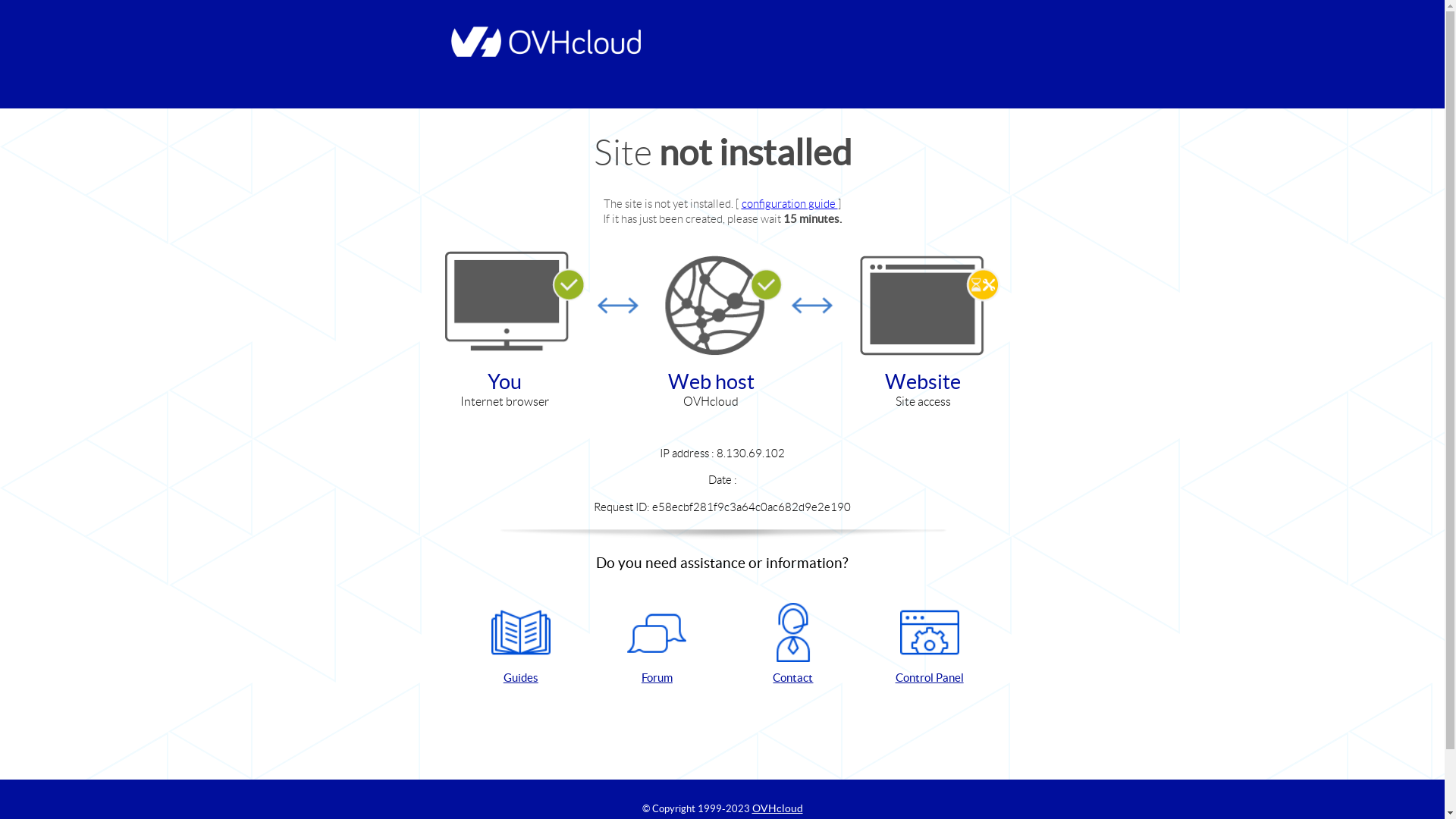 The height and width of the screenshot is (819, 1456). What do you see at coordinates (777, 807) in the screenshot?
I see `'OVHcloud'` at bounding box center [777, 807].